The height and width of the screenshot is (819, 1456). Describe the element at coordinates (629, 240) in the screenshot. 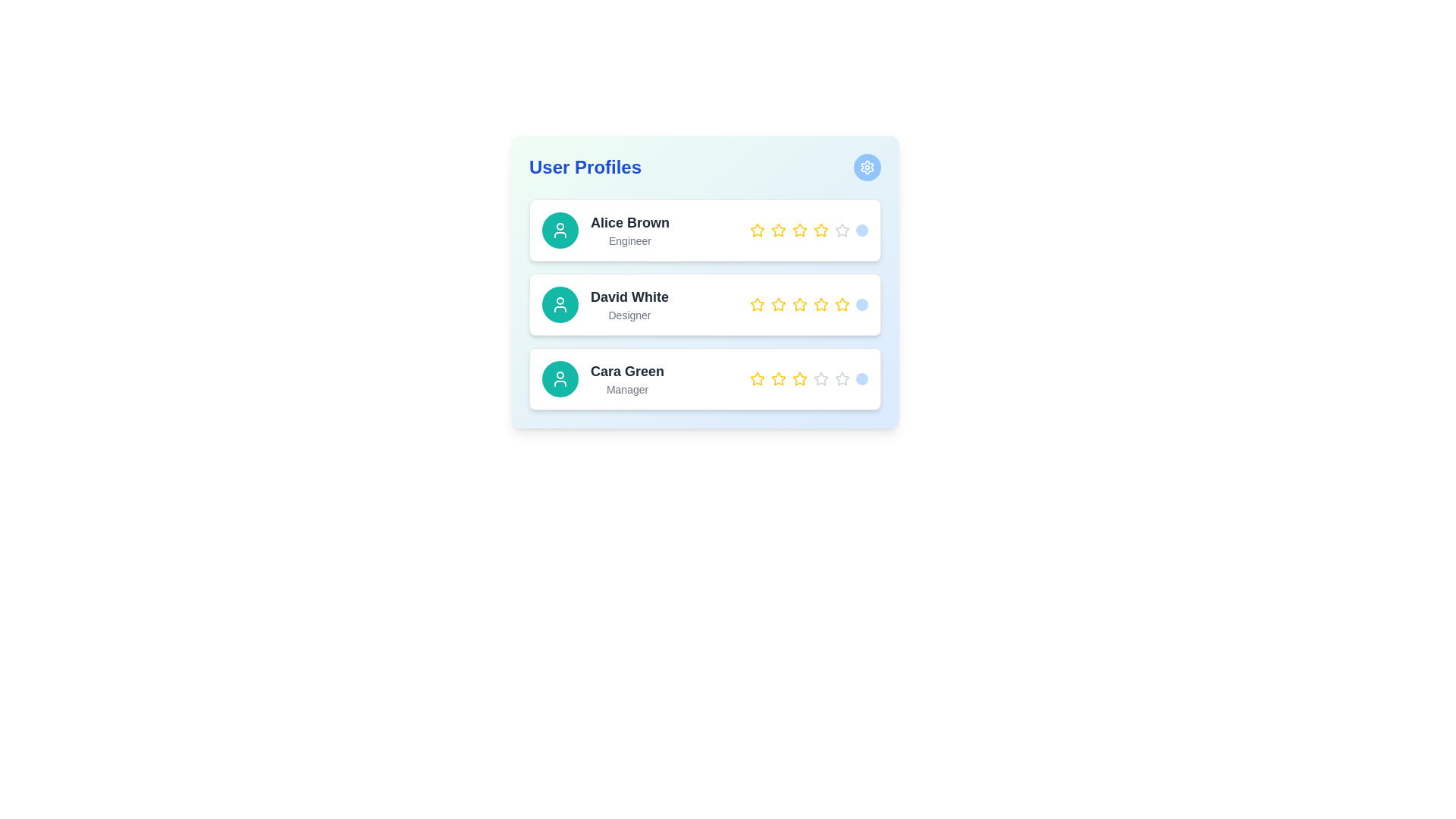

I see `the static text label 'Engineer' which is styled in a smaller gray font and located directly beneath the bold name 'Alice Brown' in the first user profile card` at that location.